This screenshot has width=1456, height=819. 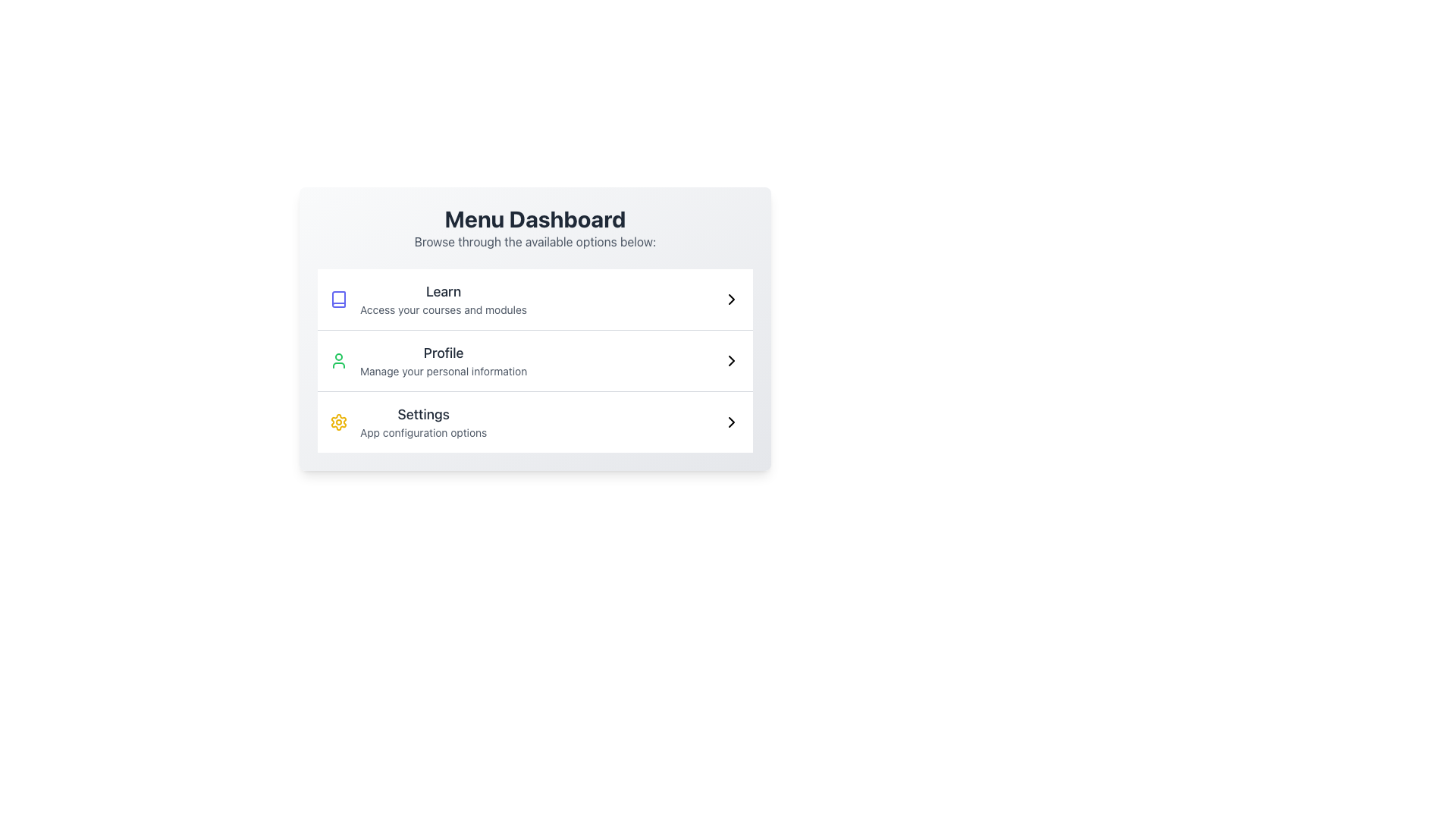 I want to click on the user silhouette icon, which is a green hollow figure of a head and shoulders located to the left of the 'Profile' text in the menu dashboard, so click(x=337, y=360).